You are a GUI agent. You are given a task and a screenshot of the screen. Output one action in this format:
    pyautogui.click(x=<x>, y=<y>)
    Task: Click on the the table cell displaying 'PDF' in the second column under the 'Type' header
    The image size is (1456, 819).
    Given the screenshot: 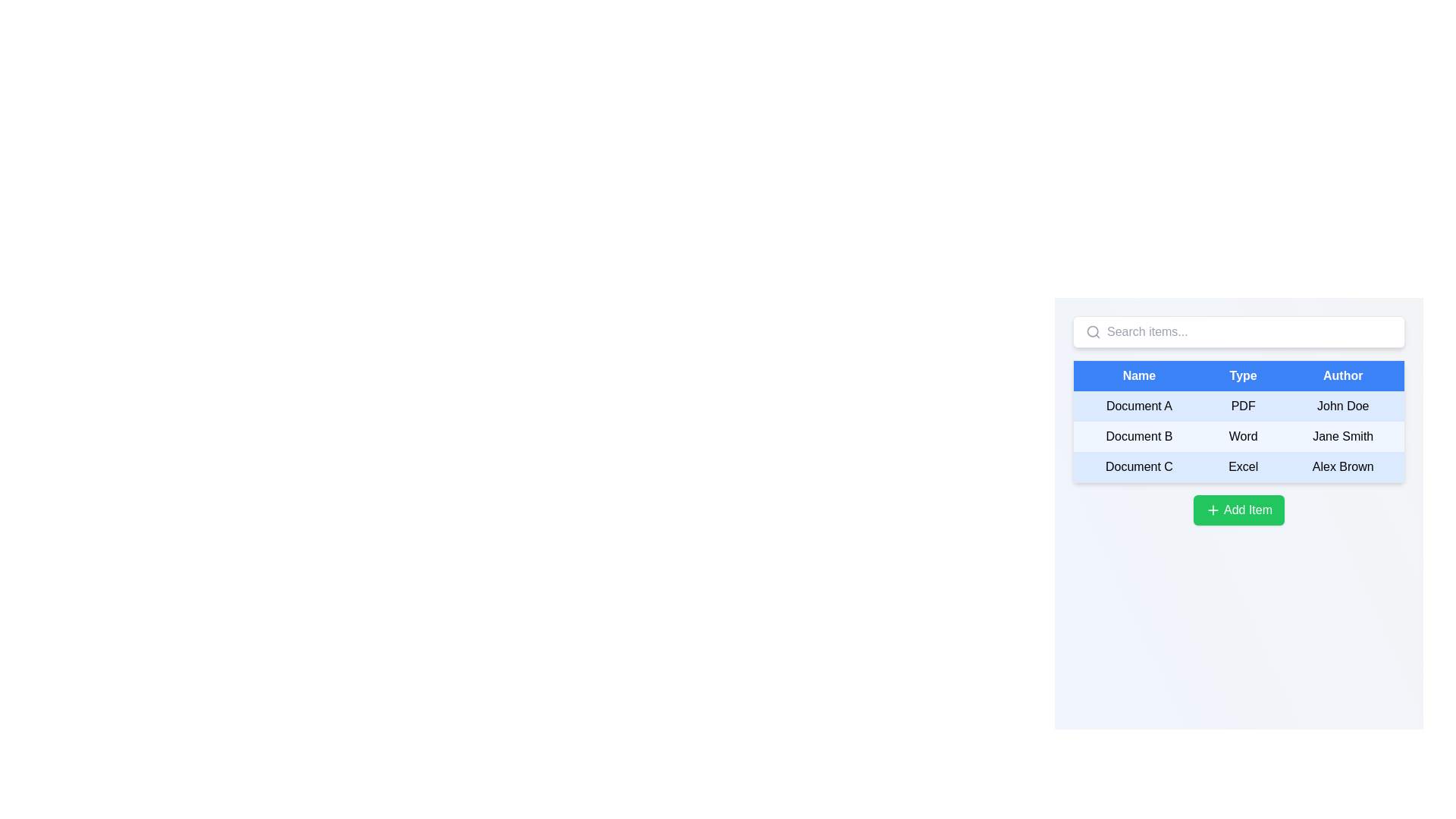 What is the action you would take?
    pyautogui.click(x=1238, y=406)
    